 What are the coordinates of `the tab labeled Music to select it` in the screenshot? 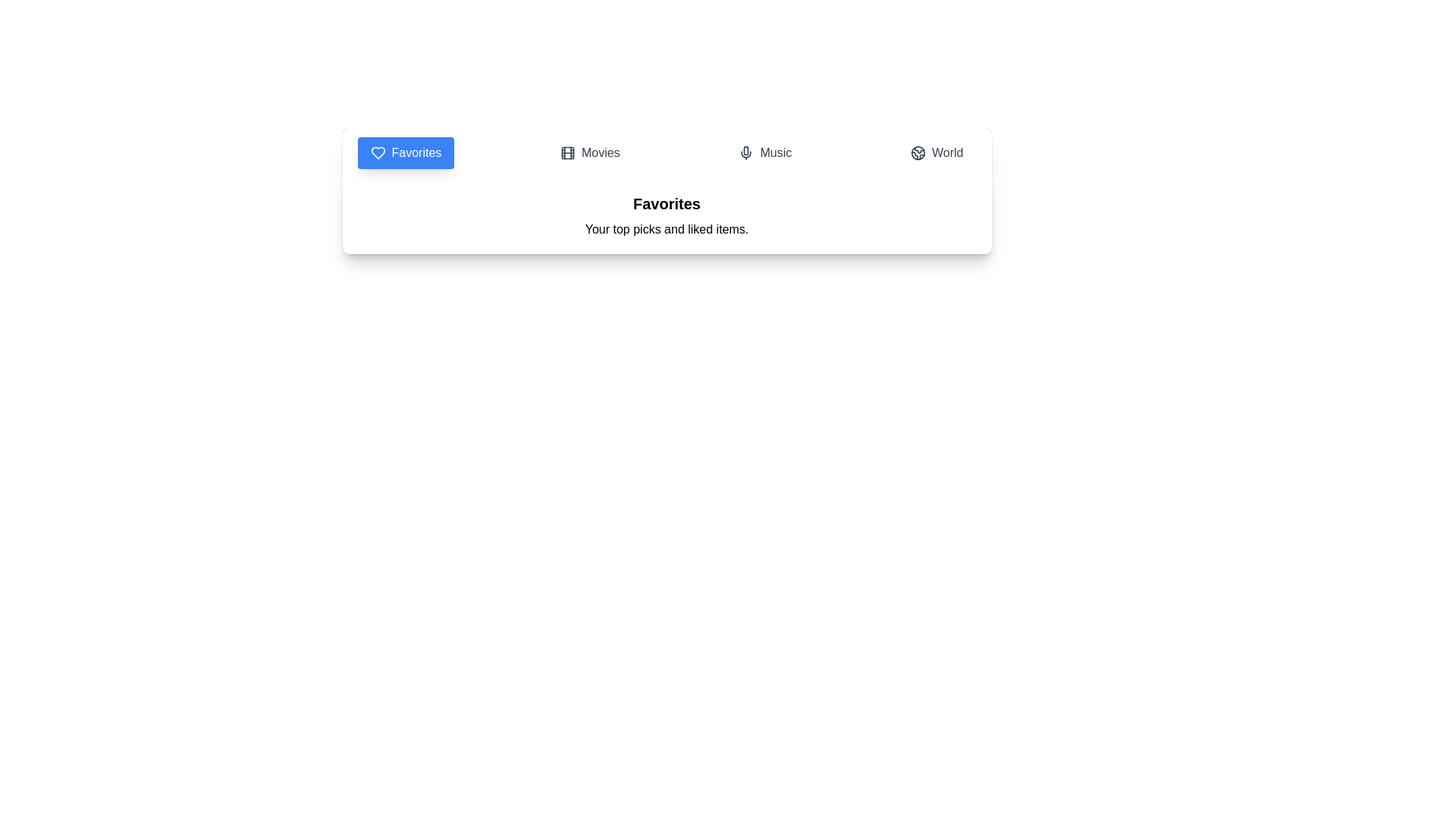 It's located at (765, 152).